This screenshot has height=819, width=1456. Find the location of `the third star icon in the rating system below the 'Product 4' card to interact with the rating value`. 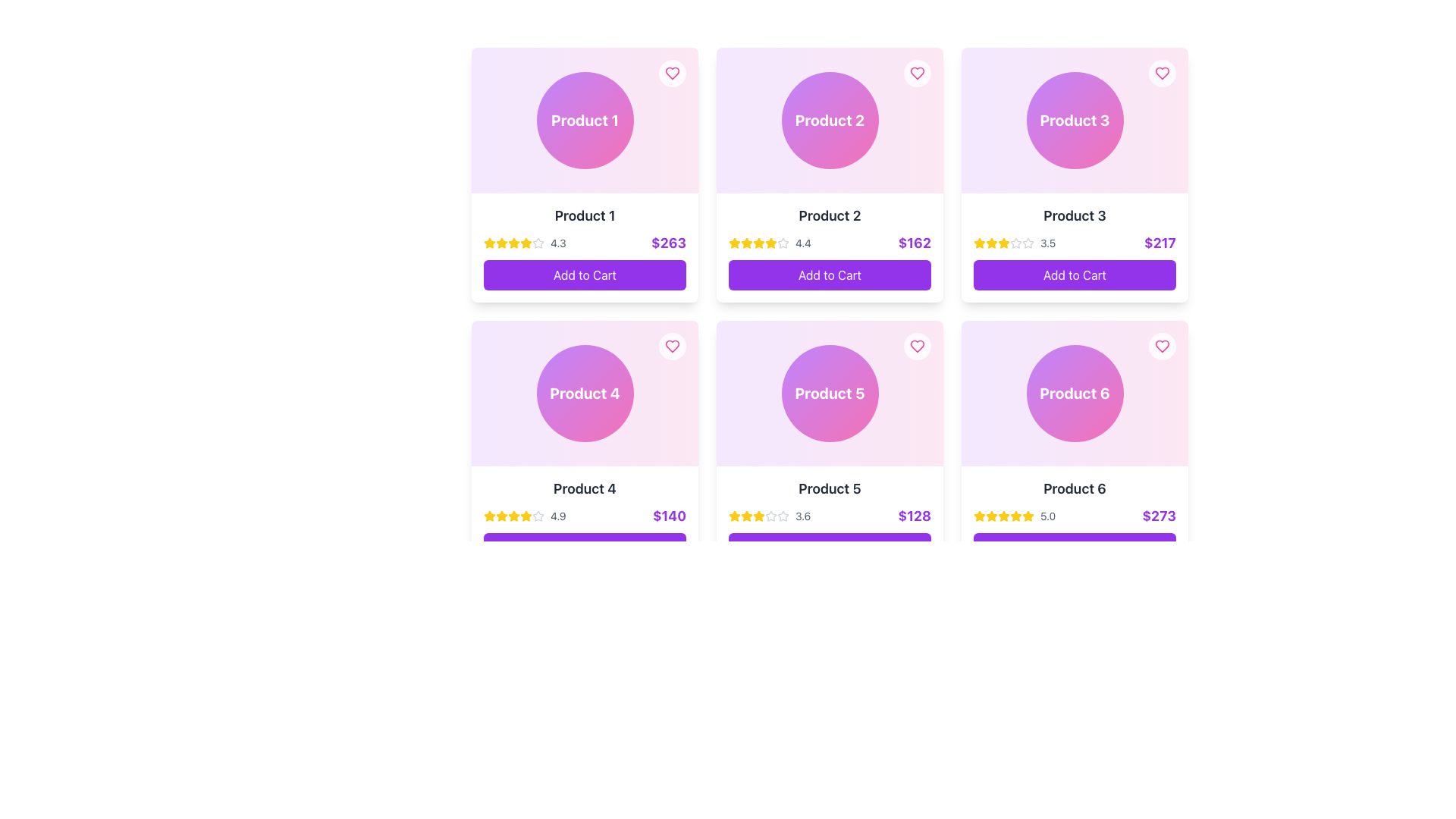

the third star icon in the rating system below the 'Product 4' card to interact with the rating value is located at coordinates (526, 515).